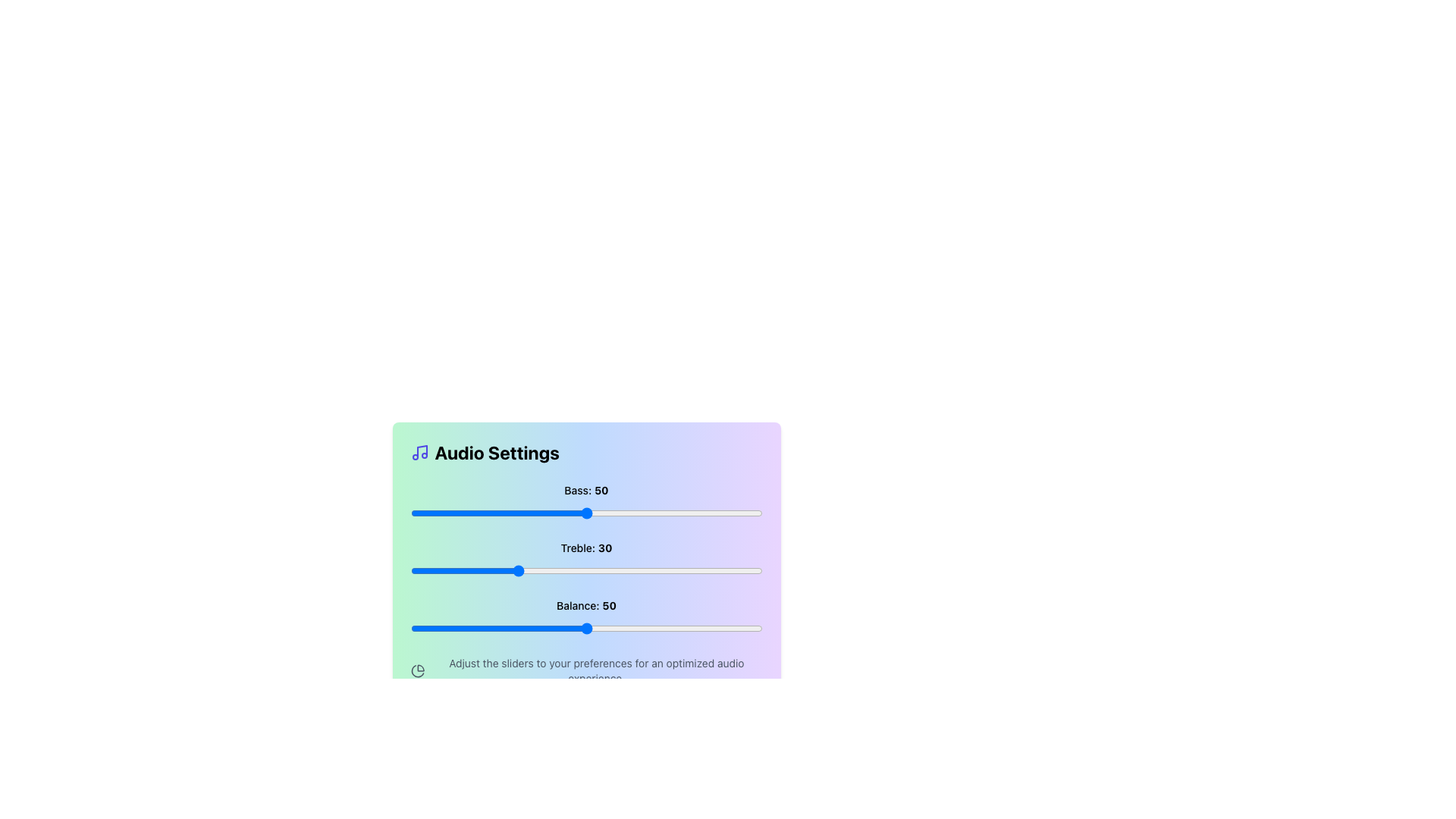  What do you see at coordinates (589, 629) in the screenshot?
I see `the balance` at bounding box center [589, 629].